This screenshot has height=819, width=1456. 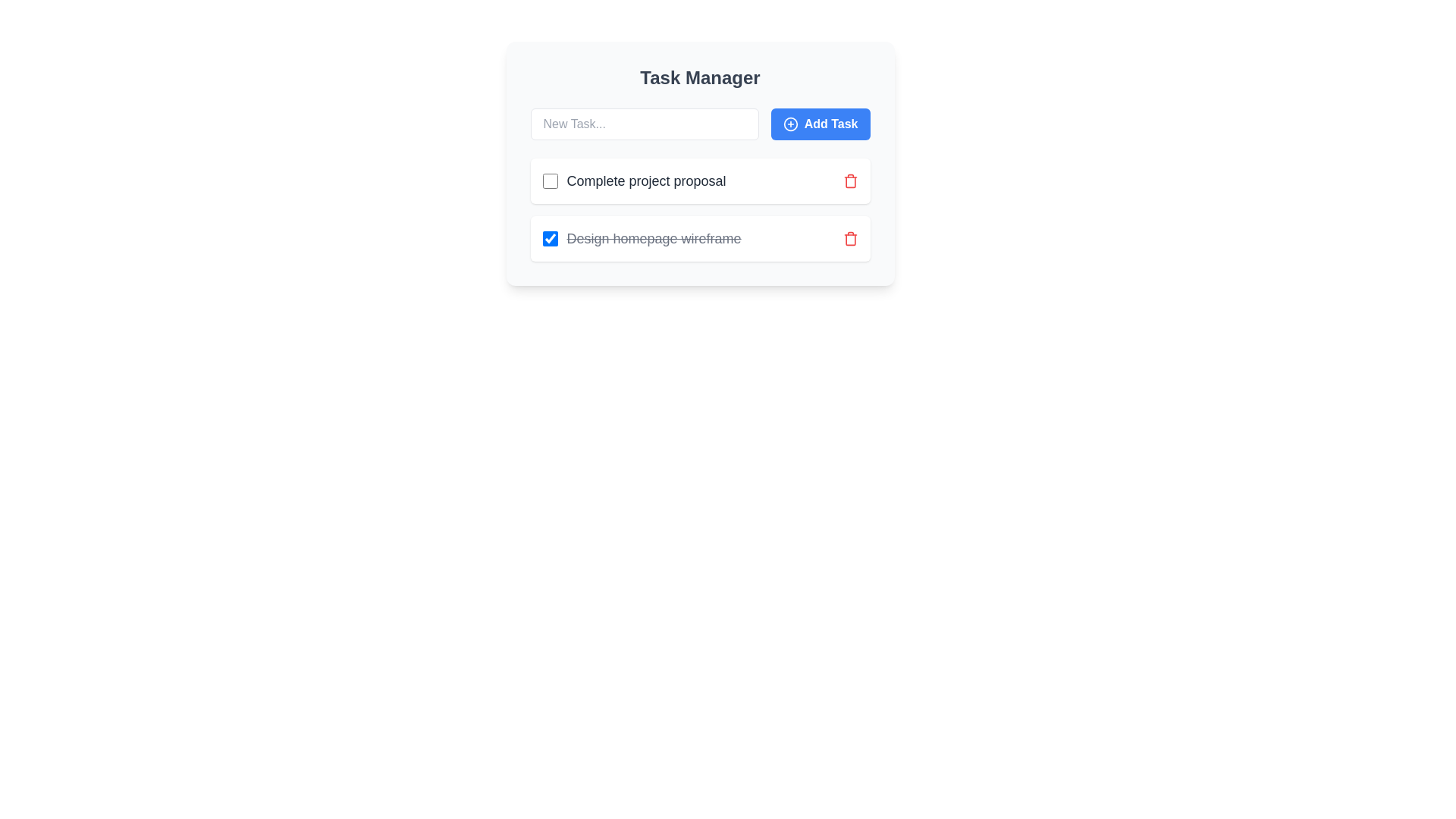 What do you see at coordinates (634, 180) in the screenshot?
I see `the task title Complete project proposal to interact with its text` at bounding box center [634, 180].